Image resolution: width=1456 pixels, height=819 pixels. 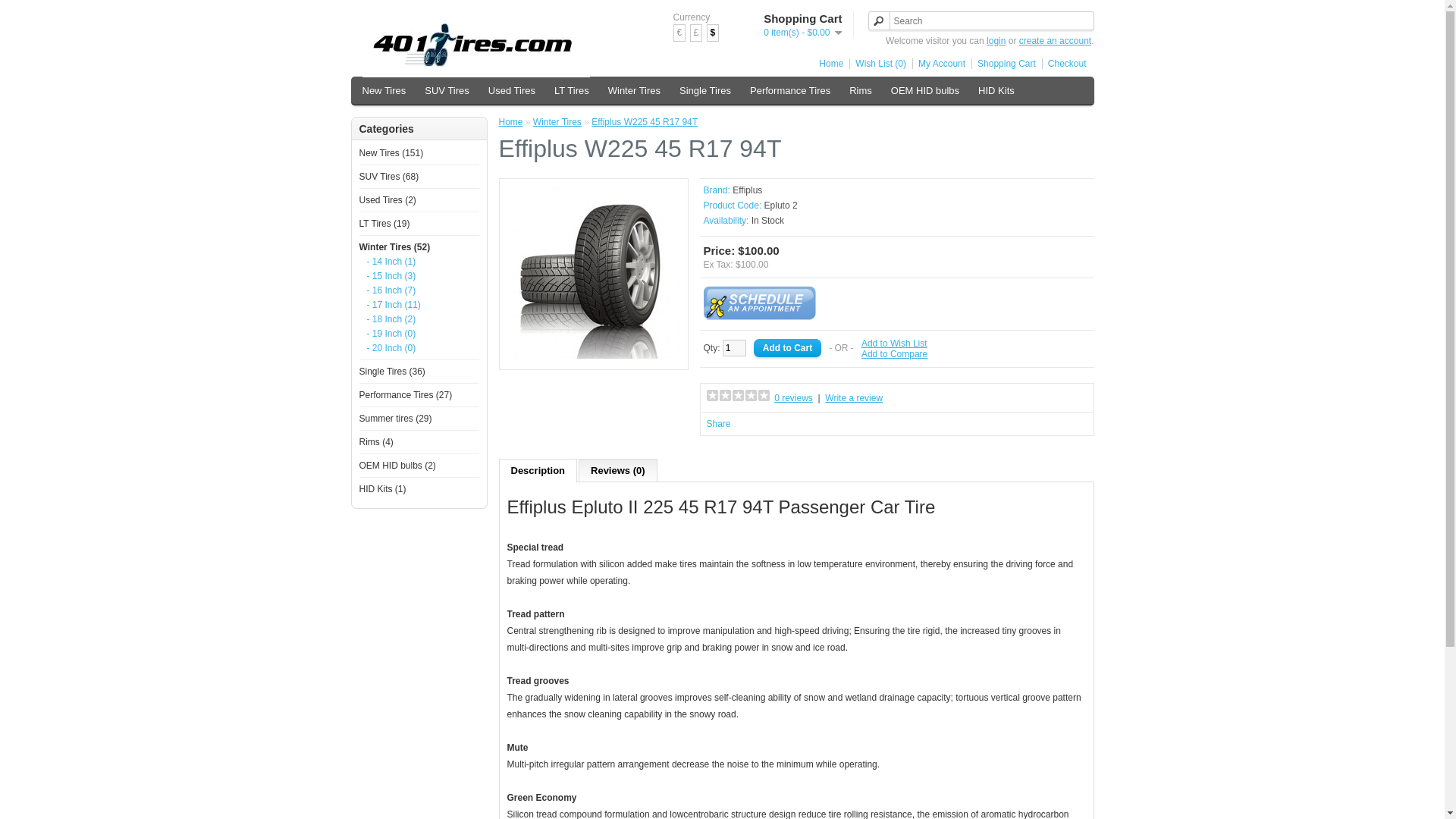 I want to click on 'Reviews (0)', so click(x=618, y=469).